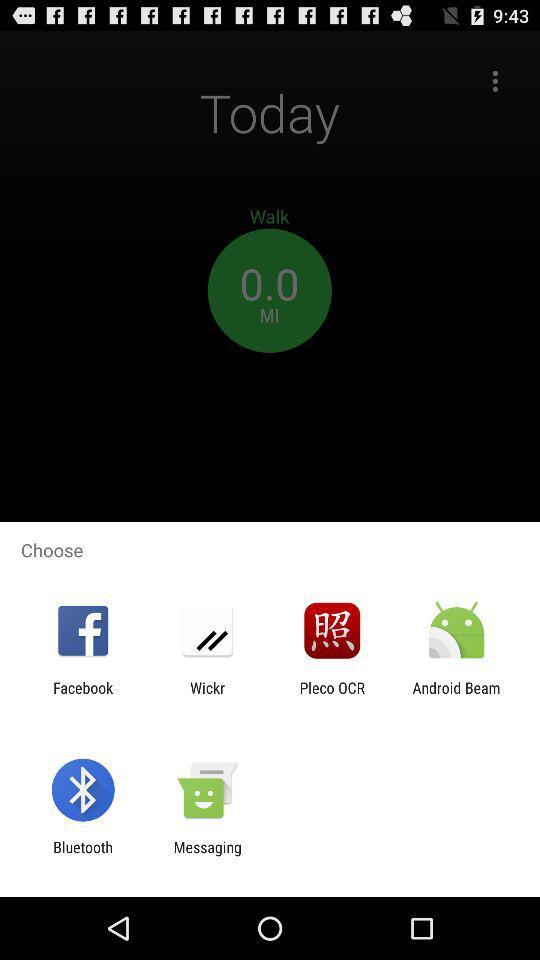  What do you see at coordinates (456, 696) in the screenshot?
I see `the item at the bottom right corner` at bounding box center [456, 696].